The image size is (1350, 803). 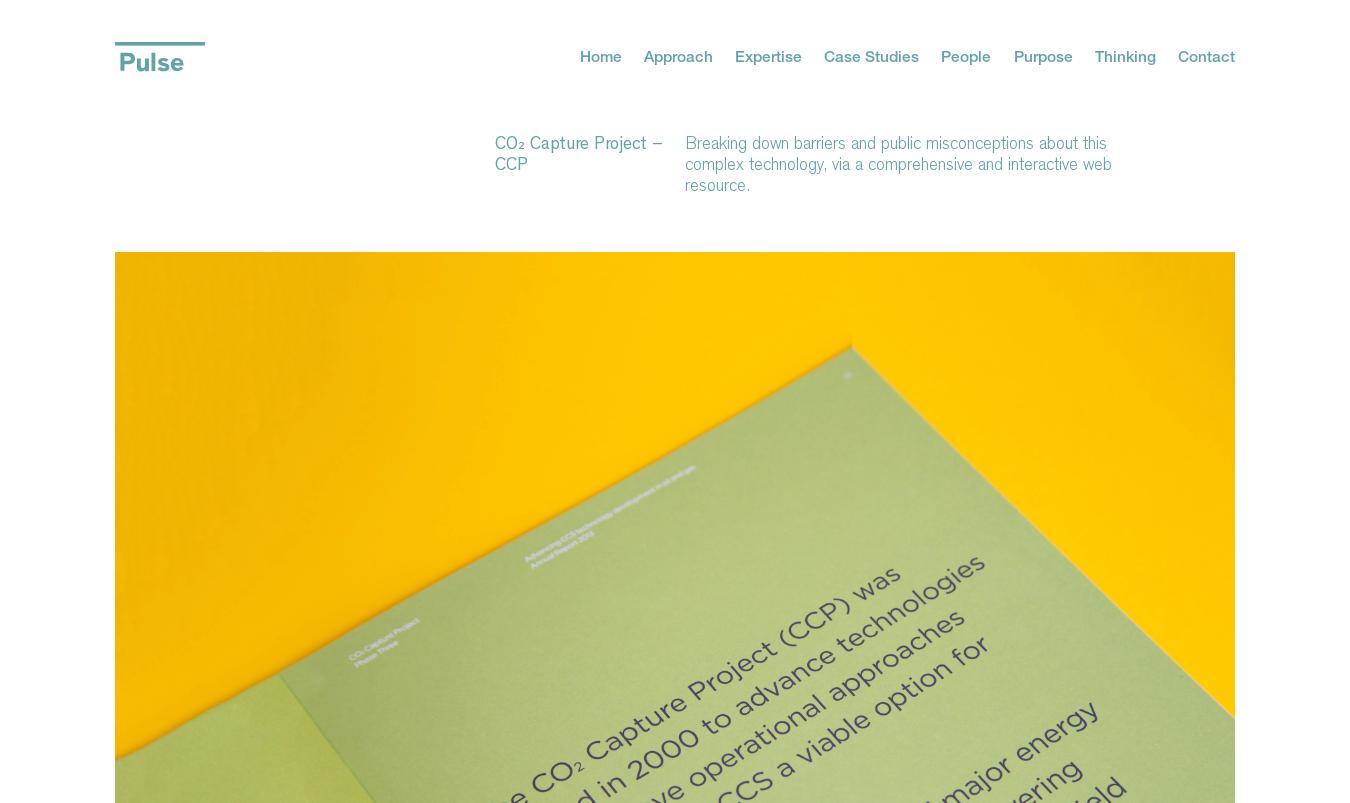 What do you see at coordinates (599, 54) in the screenshot?
I see `'Home'` at bounding box center [599, 54].